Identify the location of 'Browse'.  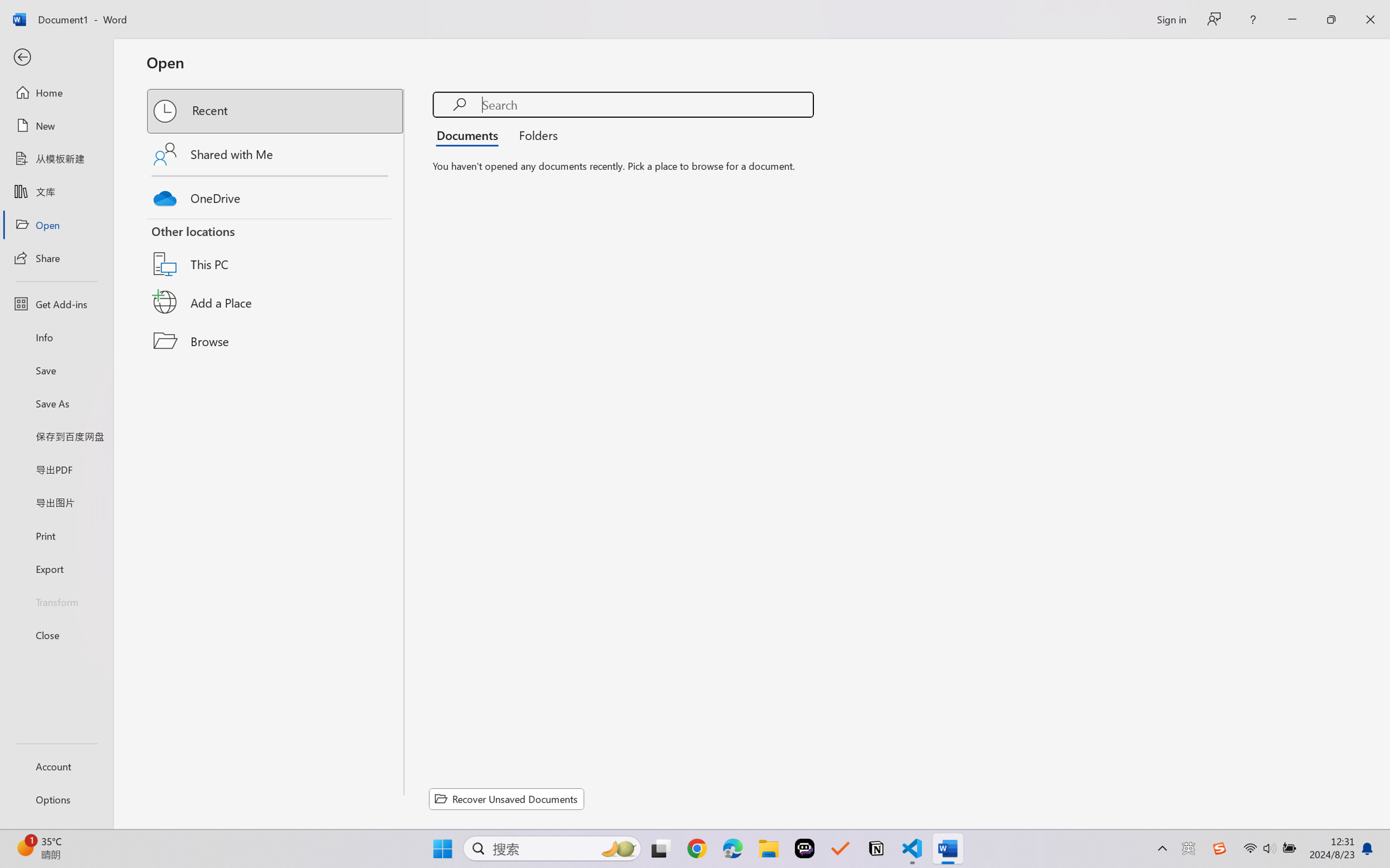
(276, 340).